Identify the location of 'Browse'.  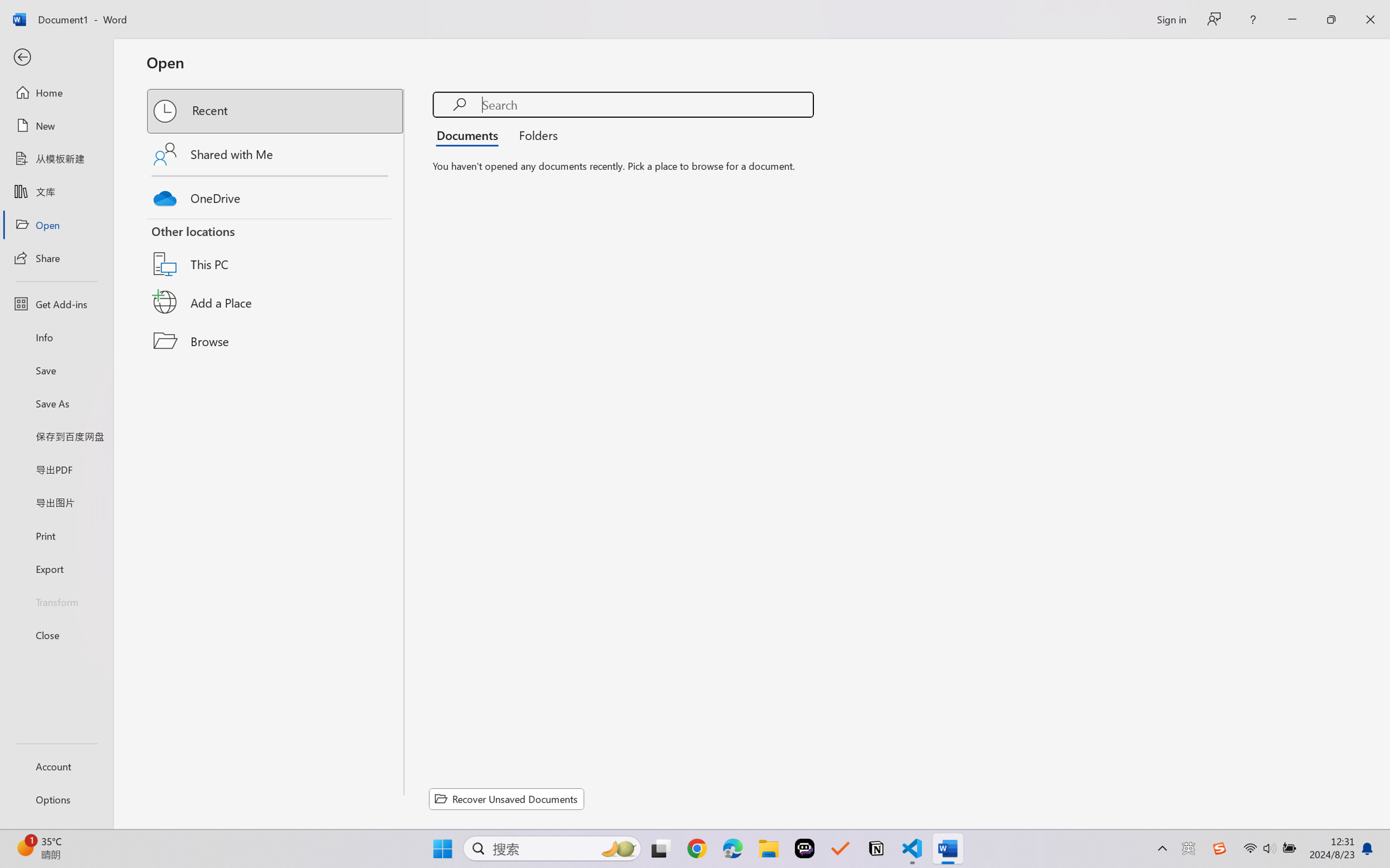
(276, 340).